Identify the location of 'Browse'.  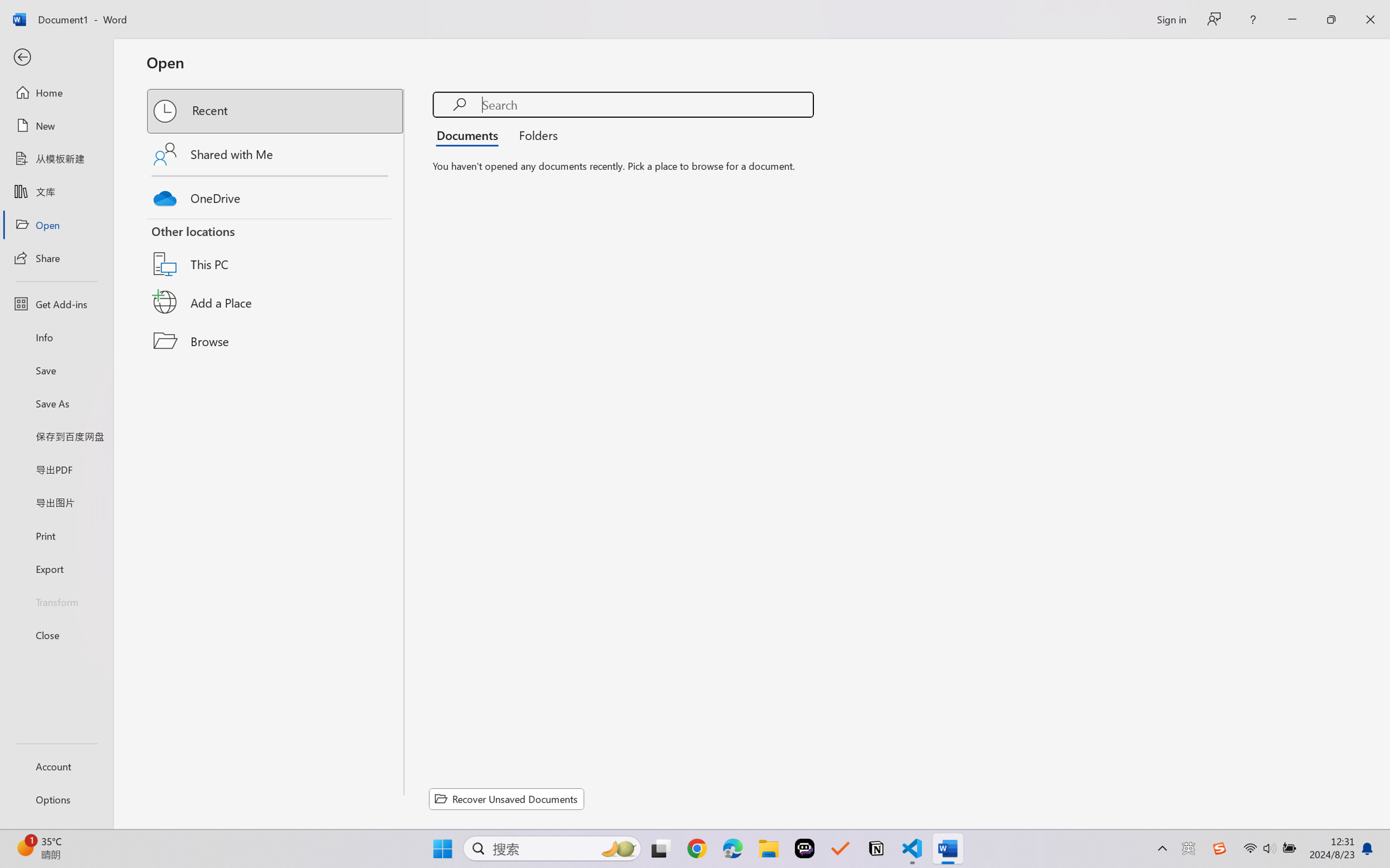
(276, 340).